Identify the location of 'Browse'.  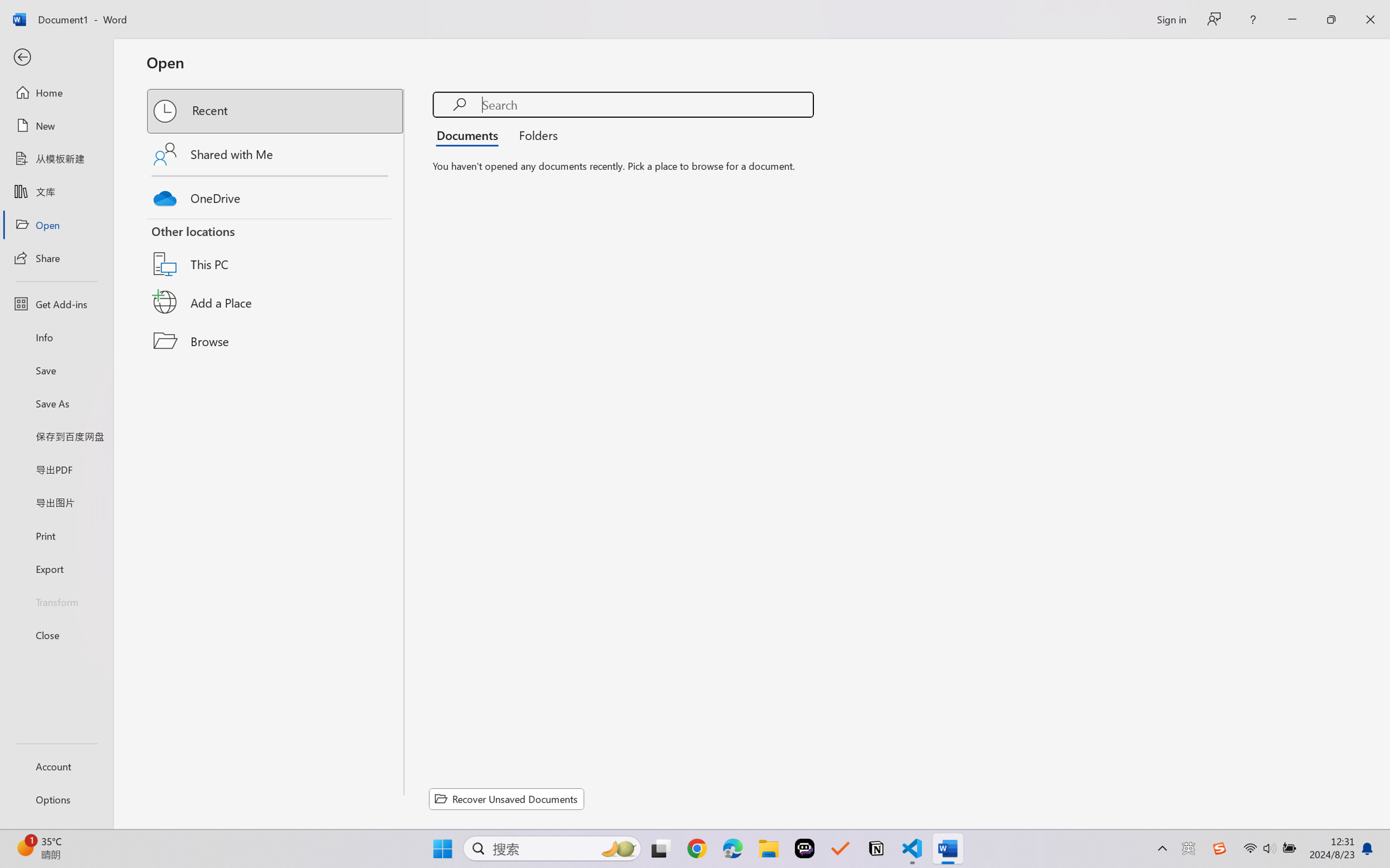
(276, 340).